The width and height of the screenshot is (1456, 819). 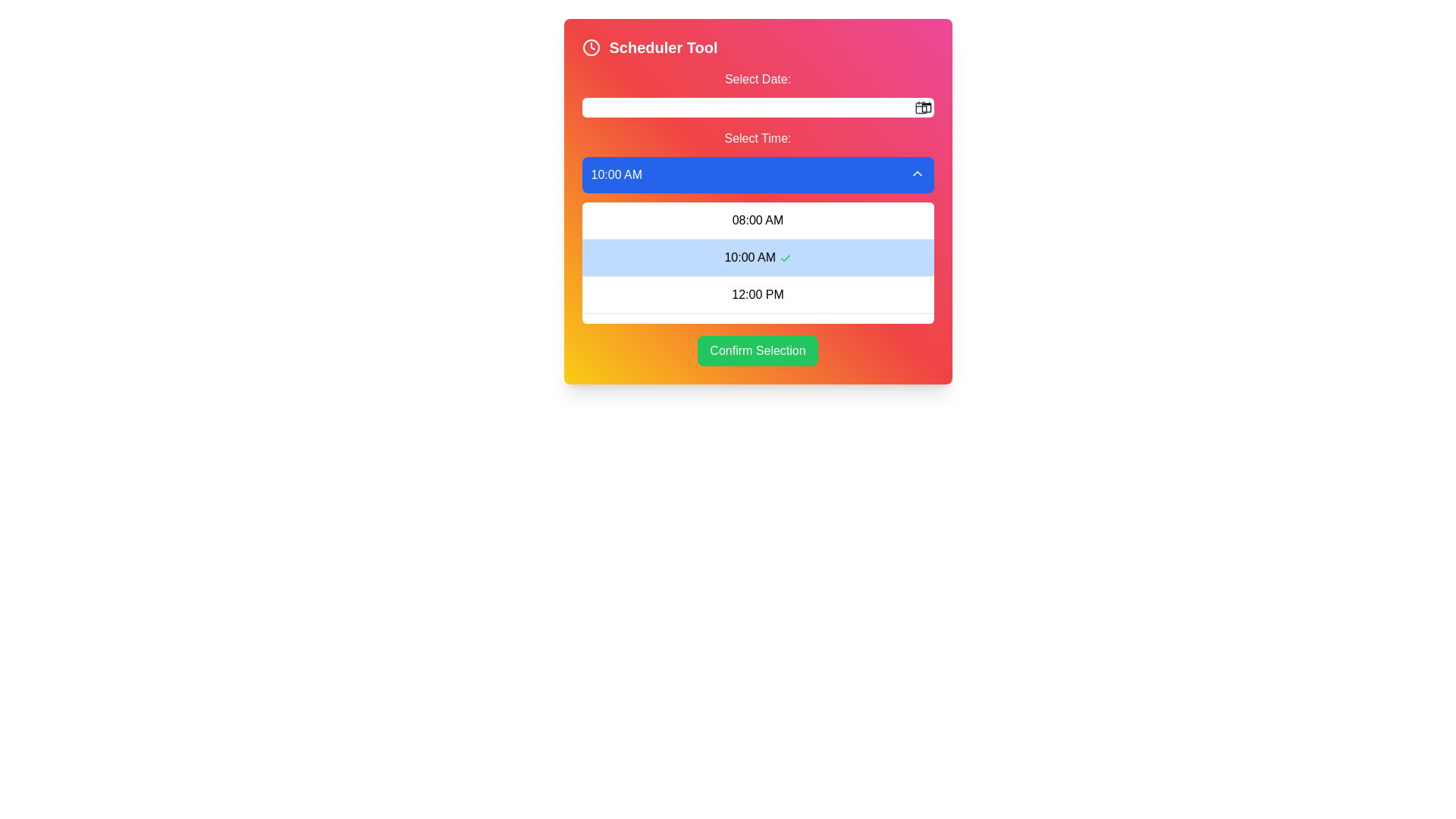 I want to click on Circular SVG graphical element that forms the outer ring of the clock icon in the 'Scheduler Tool' interface, located at the top-left corner next to the text 'Scheduler Tool', so click(x=590, y=46).